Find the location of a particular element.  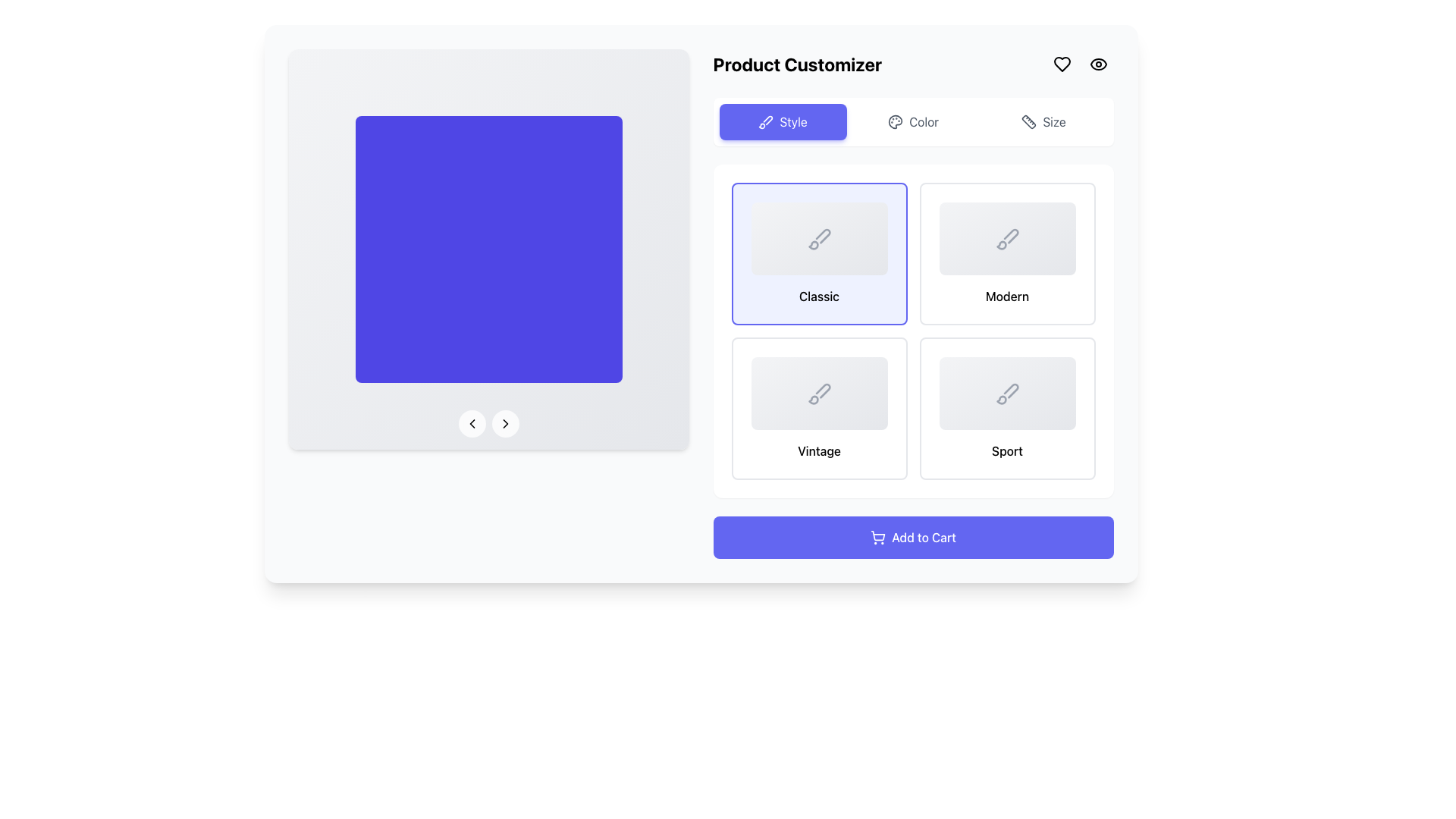

the 'Vintage' selectable card located in the second row, first column of the grid is located at coordinates (818, 408).